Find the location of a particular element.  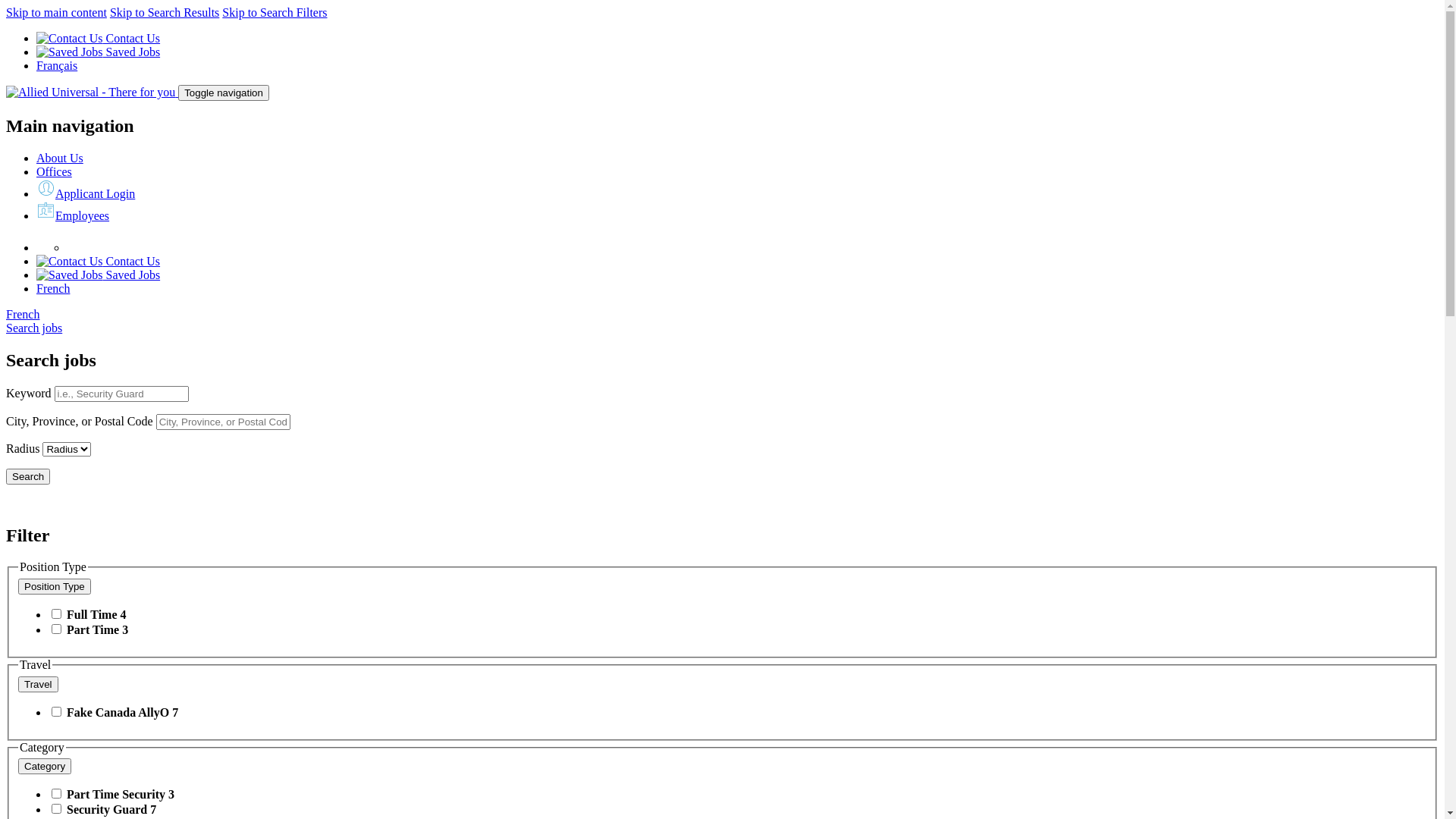

'Offices' is located at coordinates (54, 171).